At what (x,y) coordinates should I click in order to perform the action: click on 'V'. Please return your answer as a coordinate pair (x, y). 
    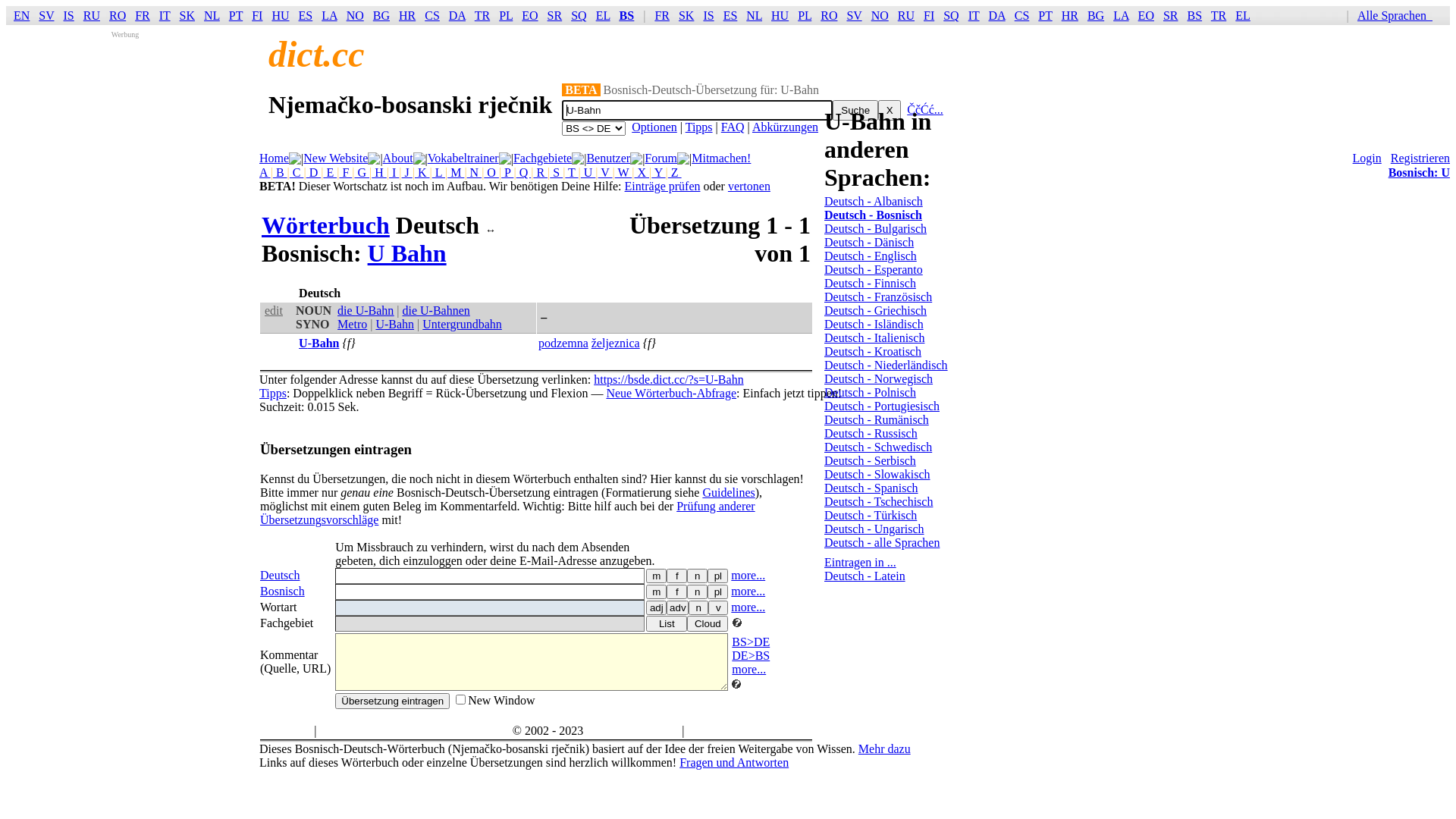
    Looking at the image, I should click on (604, 171).